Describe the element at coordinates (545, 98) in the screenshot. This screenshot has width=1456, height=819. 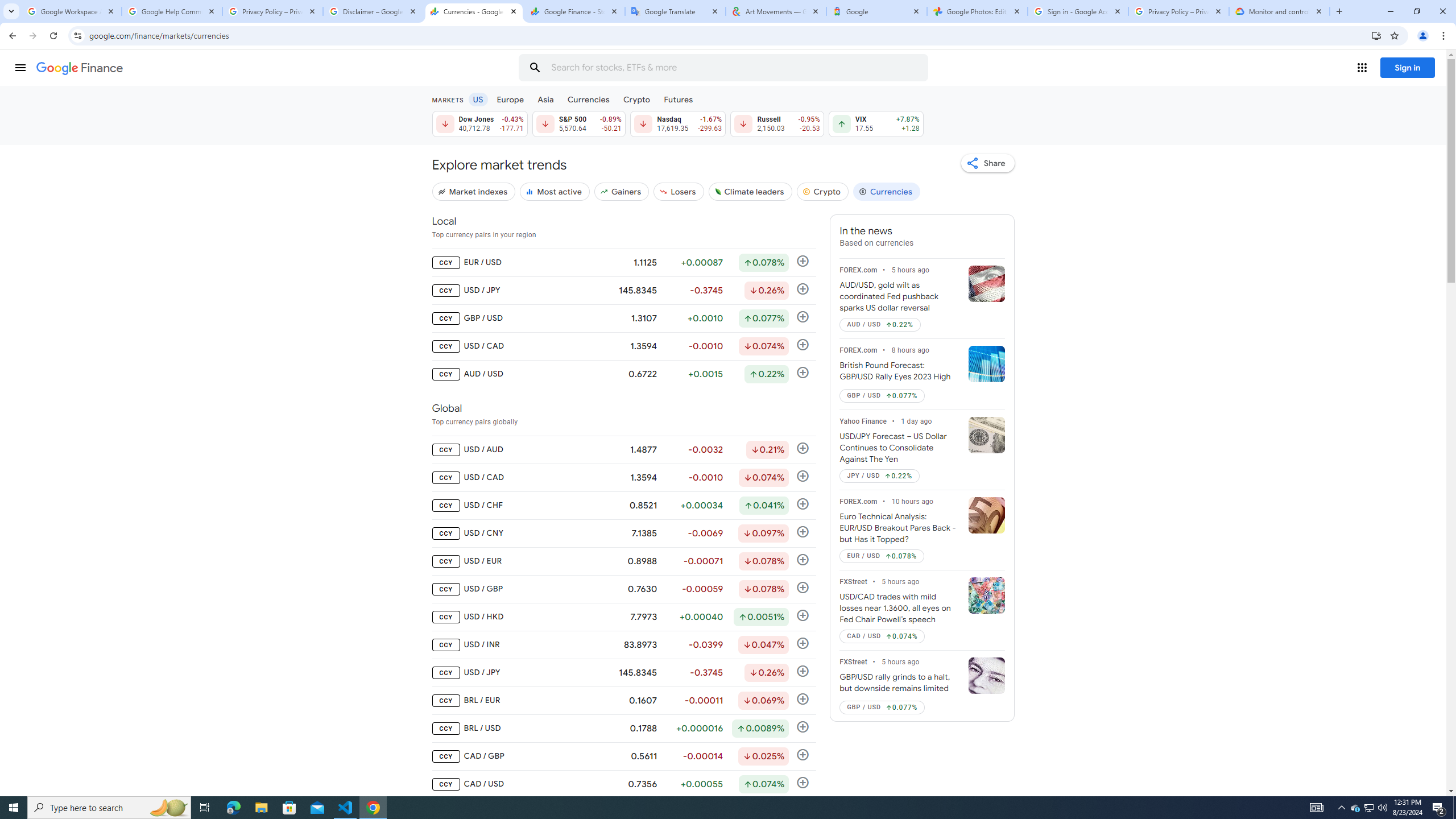
I see `'Asia'` at that location.